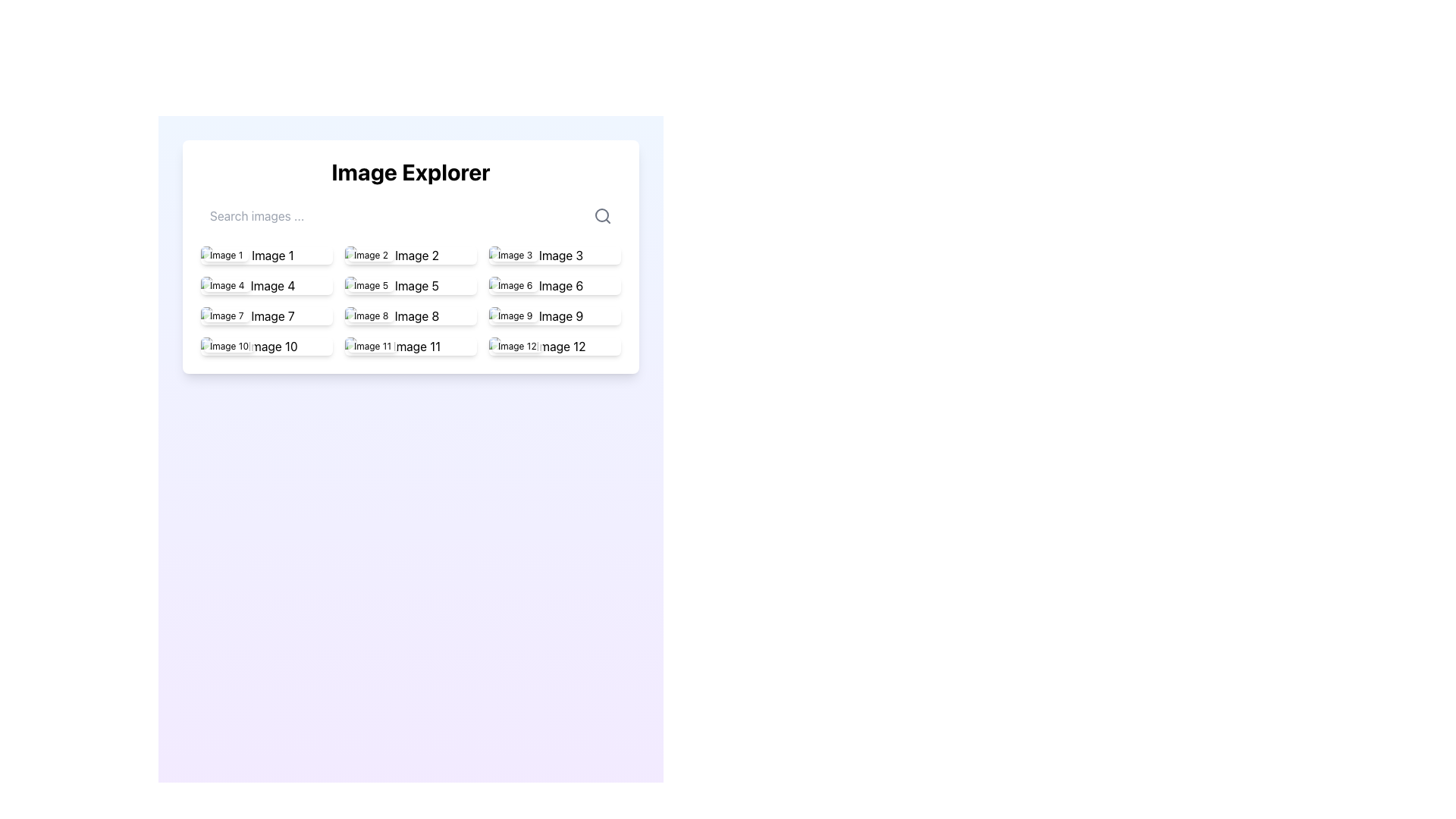 Image resolution: width=1456 pixels, height=819 pixels. I want to click on the thumbnail labeled 'Image 8', so click(411, 315).